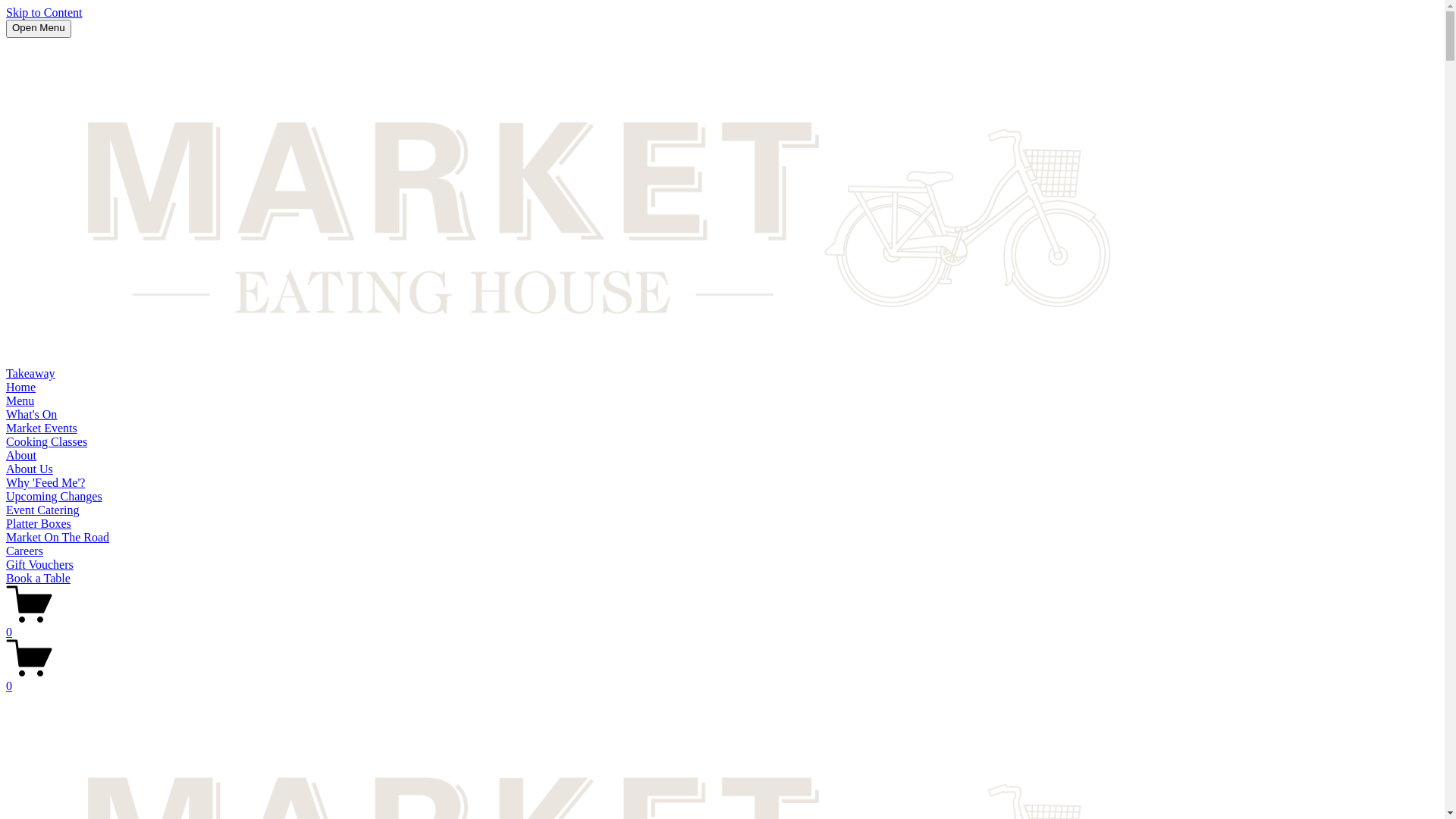 The height and width of the screenshot is (819, 1456). What do you see at coordinates (20, 400) in the screenshot?
I see `'Menu'` at bounding box center [20, 400].